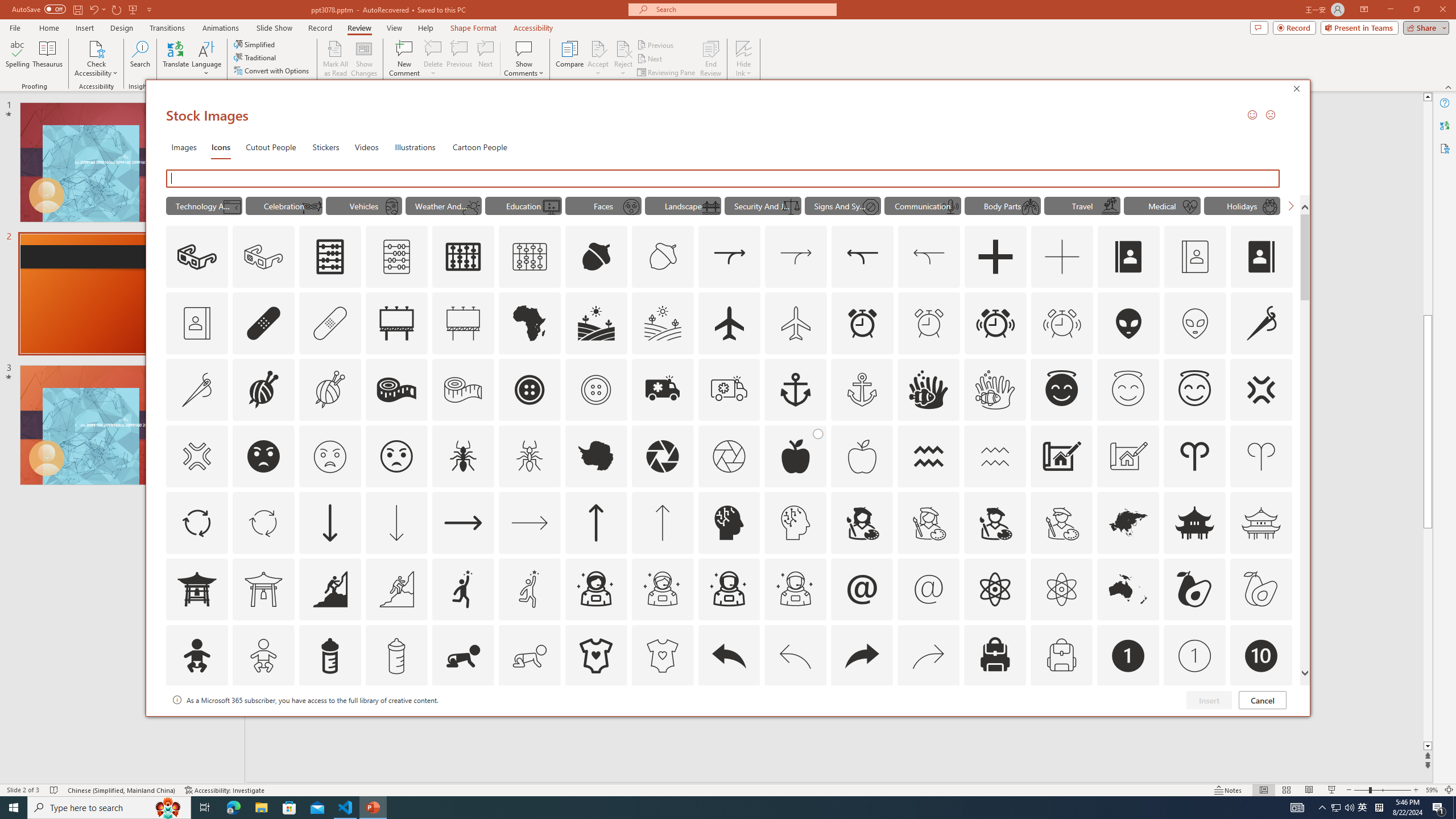  Describe the element at coordinates (1128, 257) in the screenshot. I see `'AutomationID: Icons_AddressBook_LTR'` at that location.